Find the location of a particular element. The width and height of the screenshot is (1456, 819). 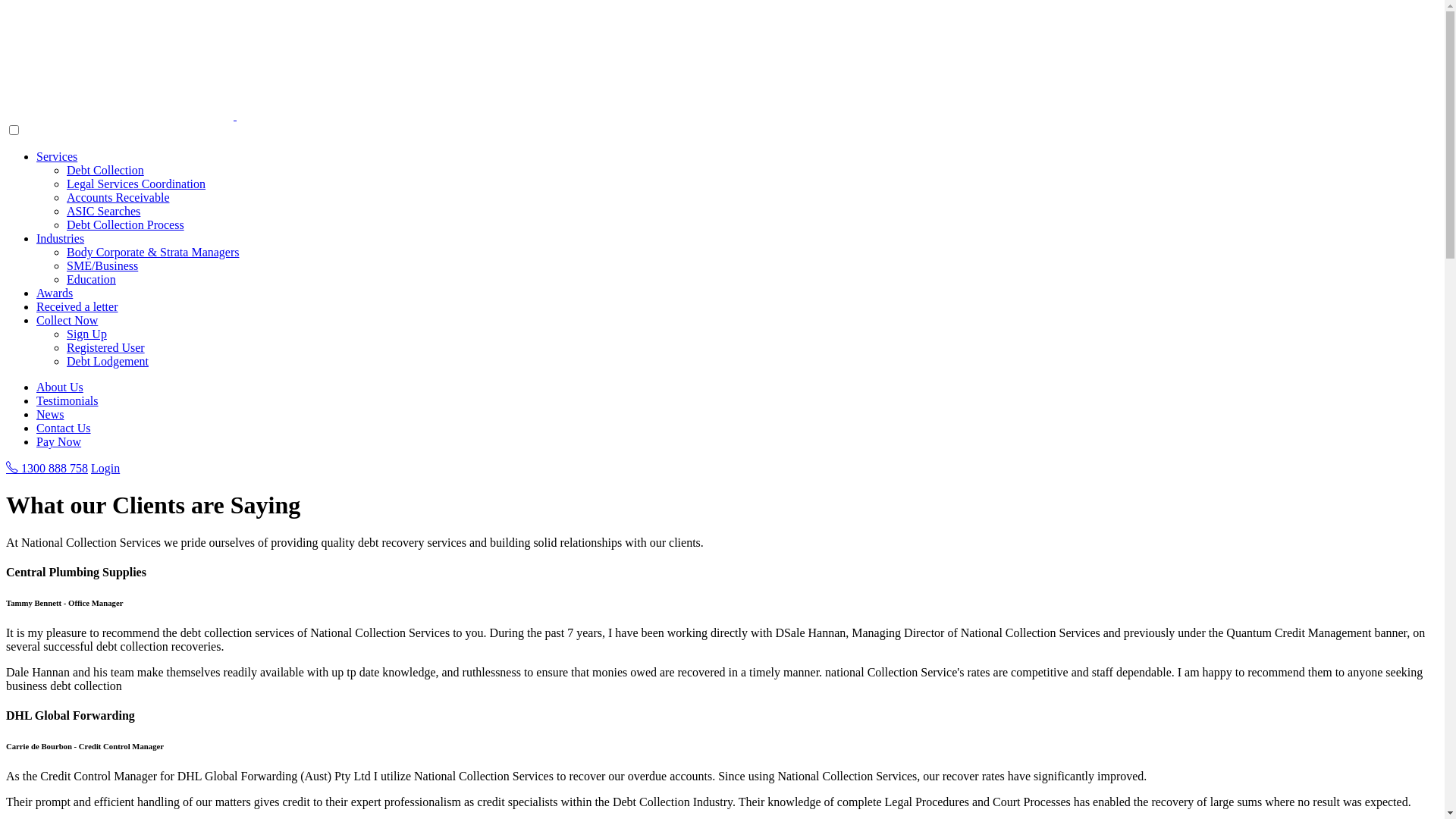

'Accounts Receivable' is located at coordinates (118, 196).